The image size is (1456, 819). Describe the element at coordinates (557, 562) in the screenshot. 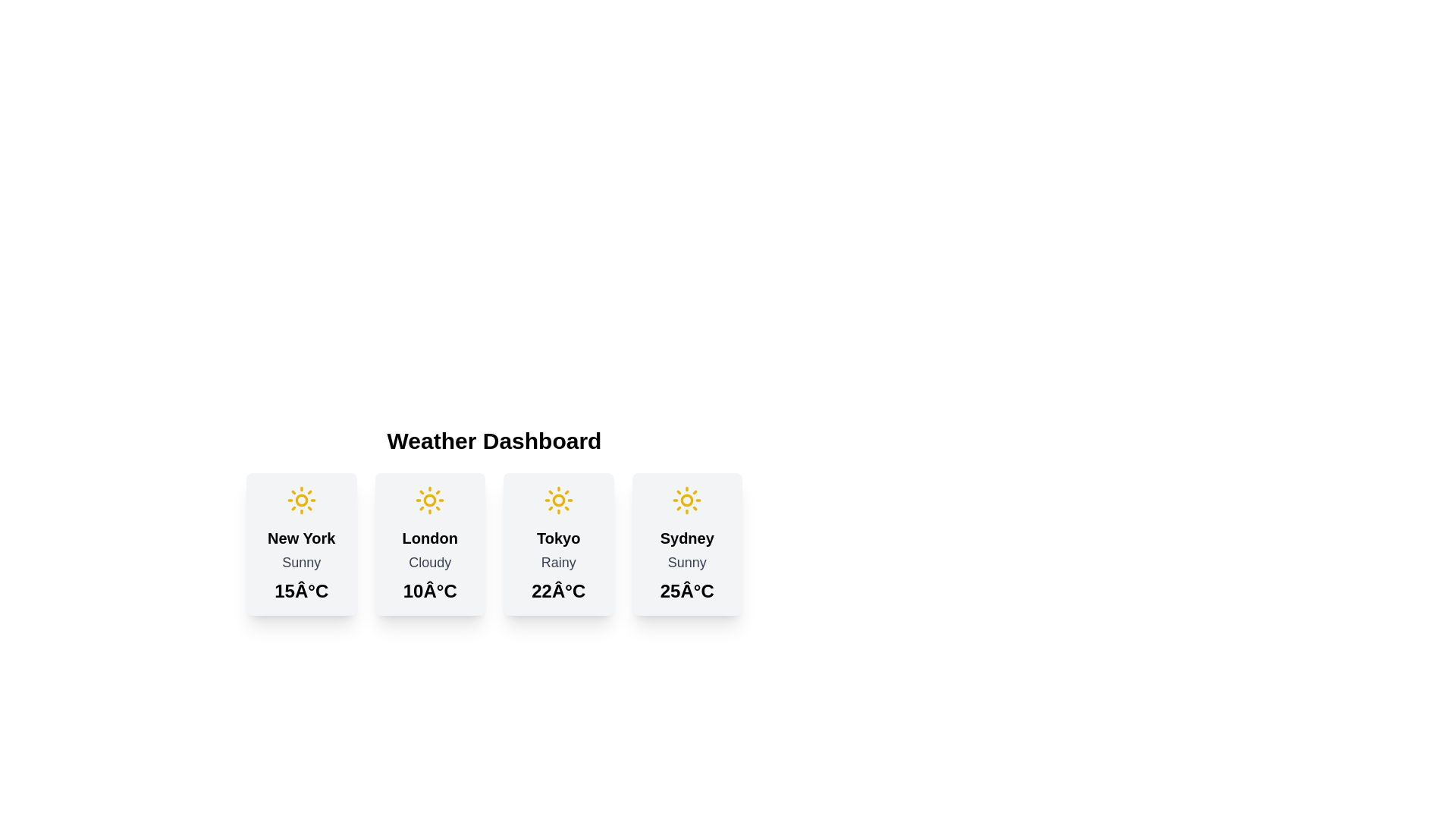

I see `the Static Text element displaying the word 'Rainy', which is located below the title 'Tokyo' in the weather information card` at that location.